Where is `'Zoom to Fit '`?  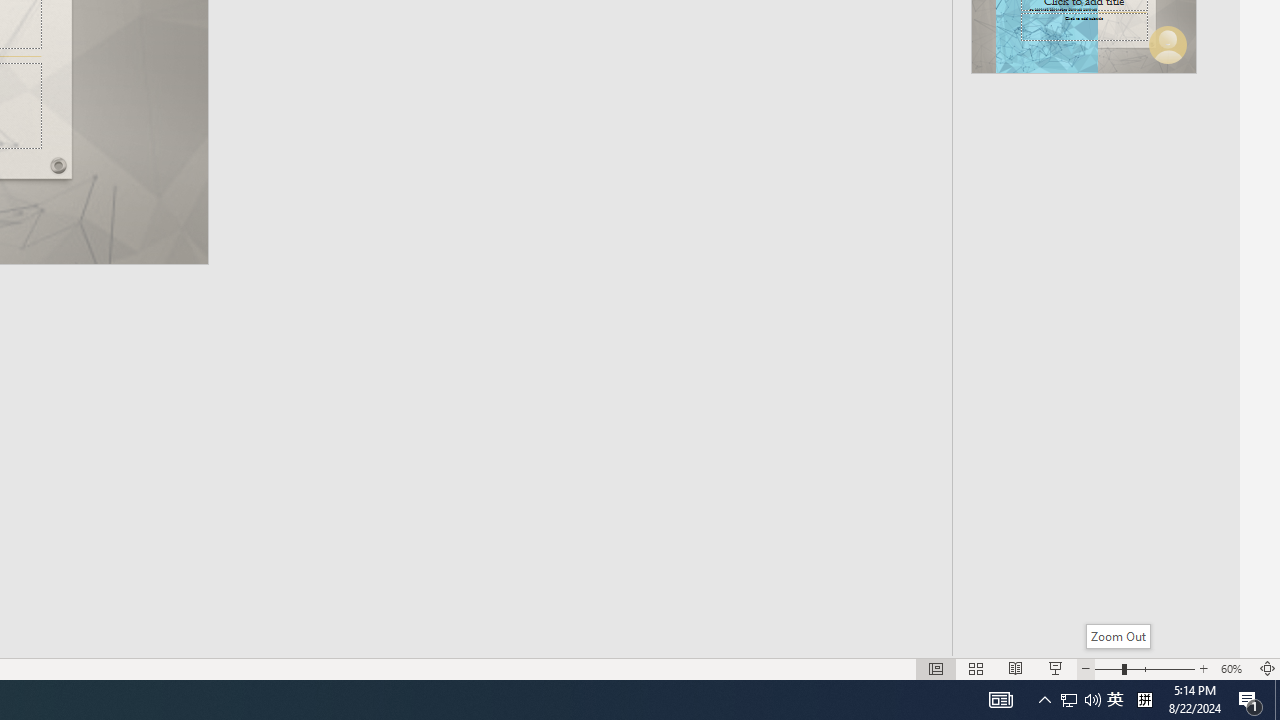 'Zoom to Fit ' is located at coordinates (1266, 669).